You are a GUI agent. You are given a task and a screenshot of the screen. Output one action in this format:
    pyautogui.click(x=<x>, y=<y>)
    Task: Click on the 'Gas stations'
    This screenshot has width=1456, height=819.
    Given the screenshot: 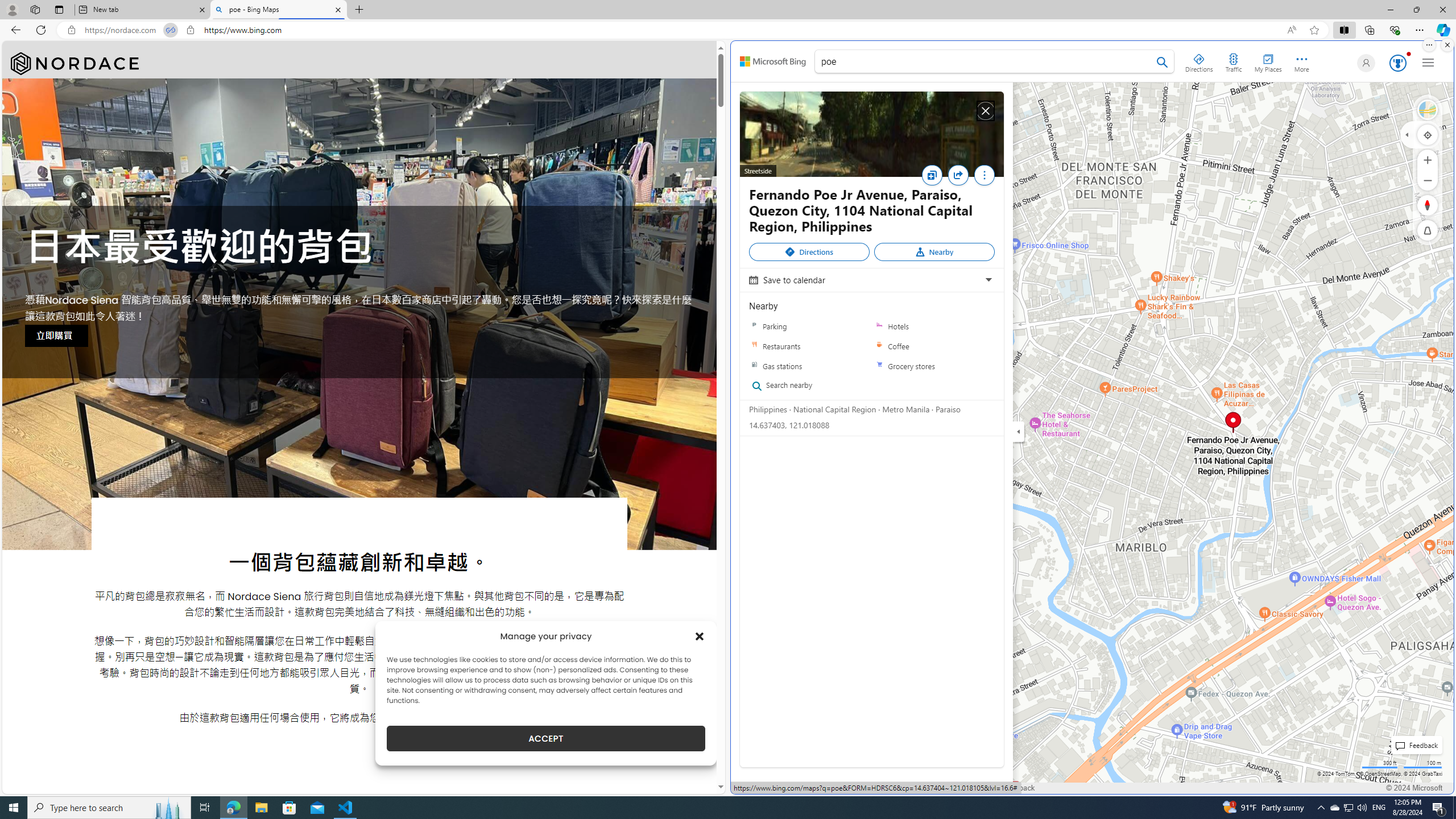 What is the action you would take?
    pyautogui.click(x=809, y=366)
    